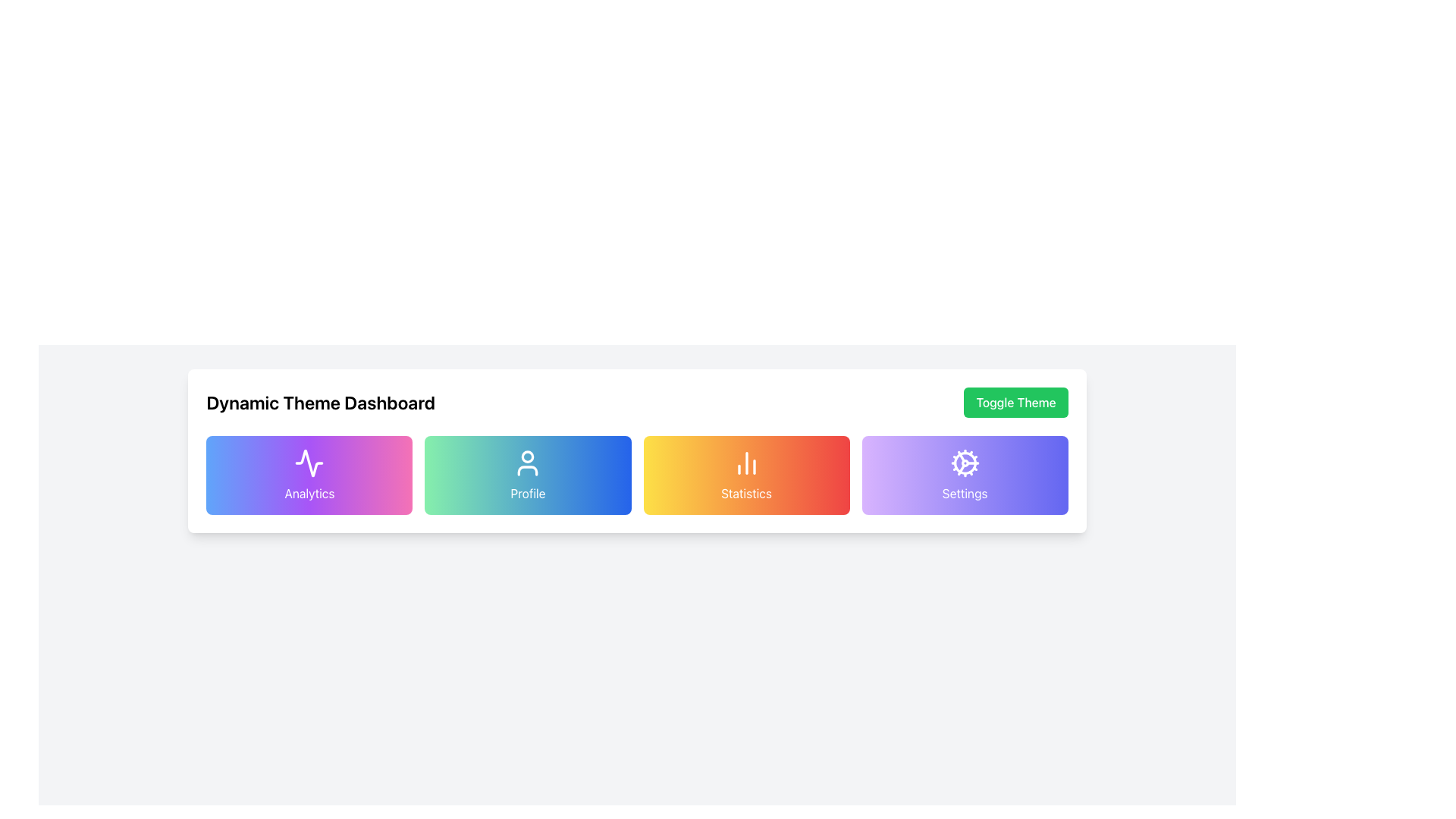 Image resolution: width=1456 pixels, height=819 pixels. Describe the element at coordinates (746, 462) in the screenshot. I see `the decorative icon representing the 'Statistics' section, which is located at the center of the button labeled 'Statistics'` at that location.